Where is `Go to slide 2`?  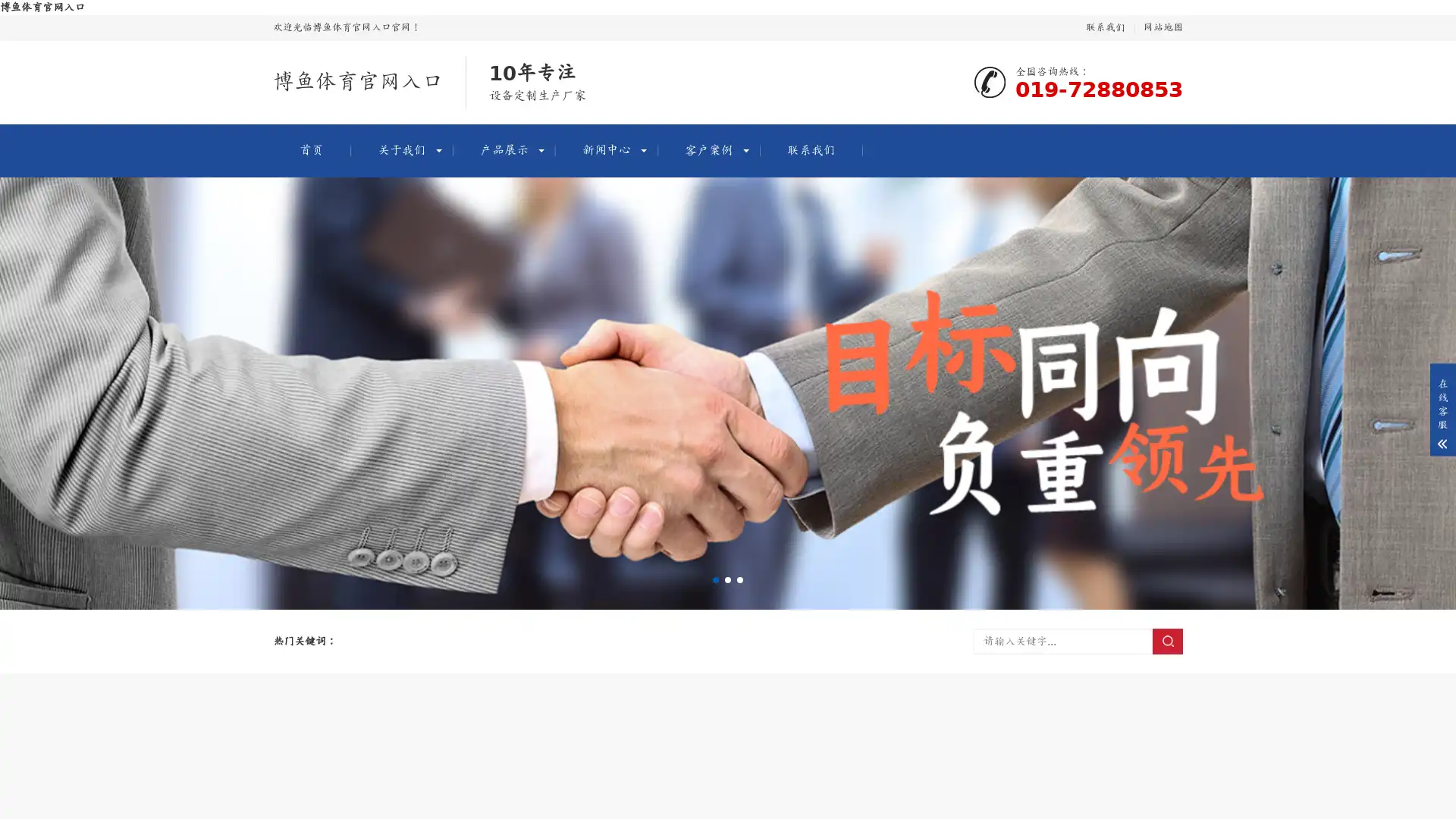
Go to slide 2 is located at coordinates (728, 579).